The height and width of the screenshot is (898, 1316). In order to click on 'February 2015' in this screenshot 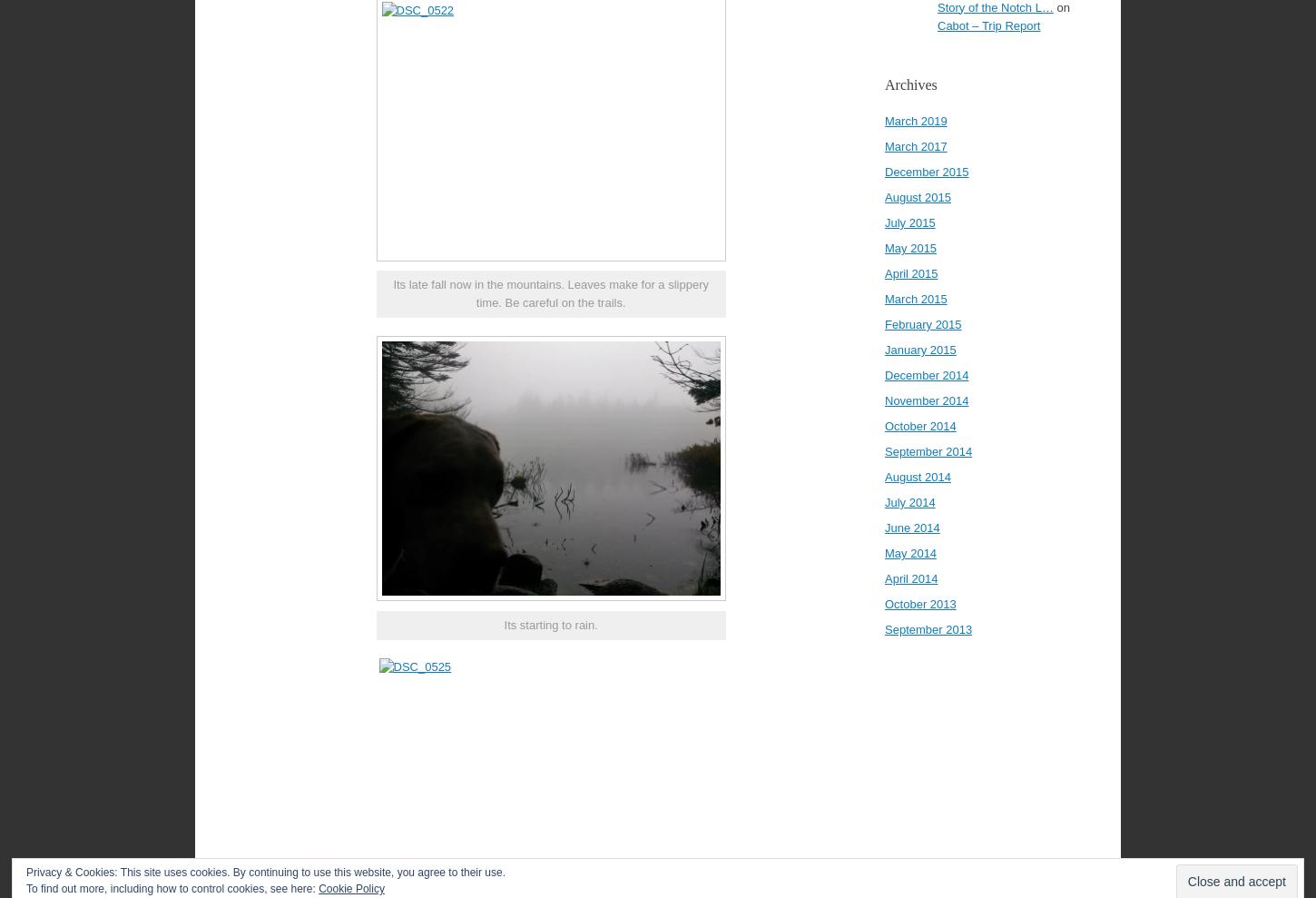, I will do `click(923, 323)`.